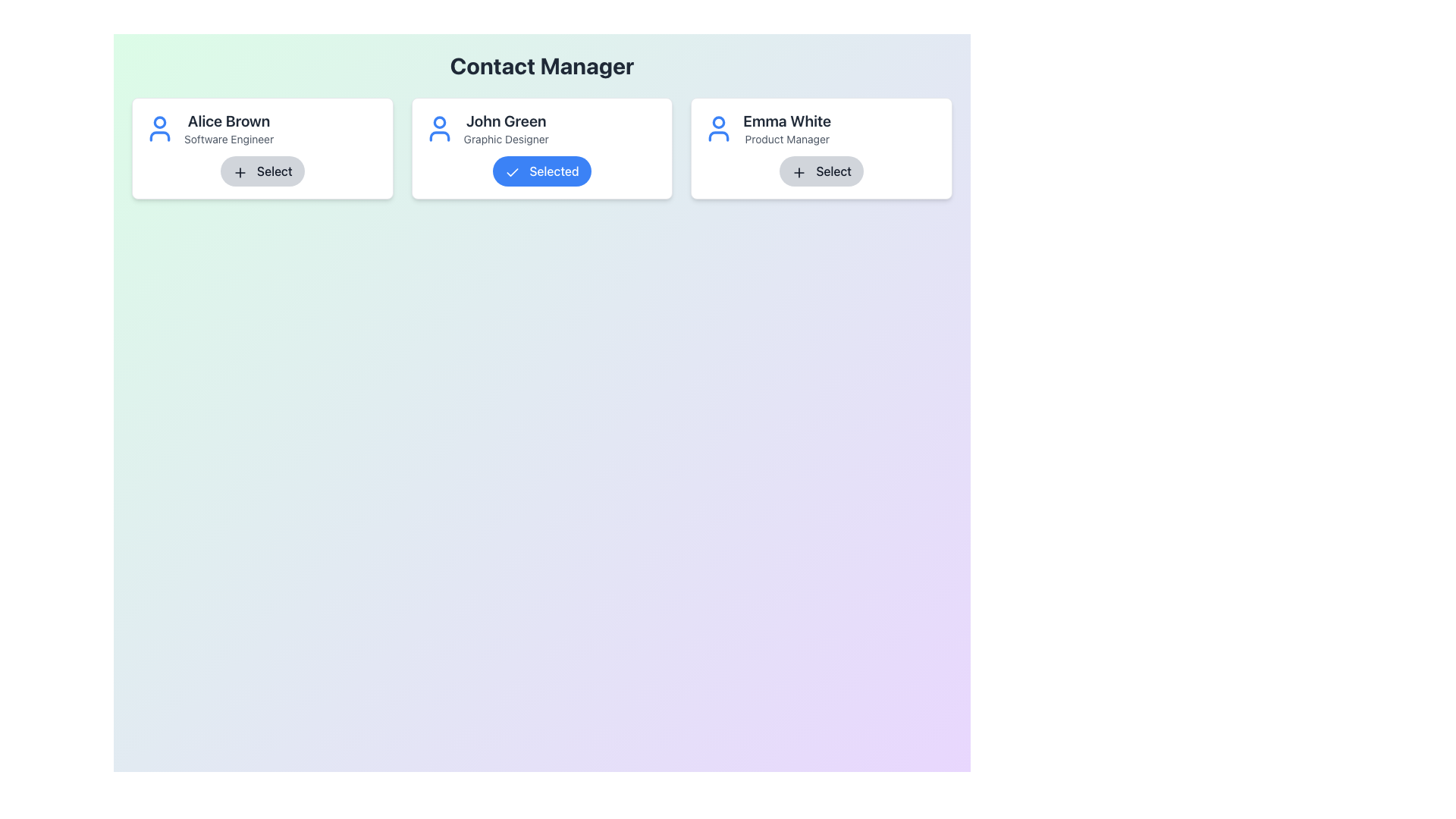 The width and height of the screenshot is (1456, 819). Describe the element at coordinates (718, 127) in the screenshot. I see `the user avatar icon with a blue outline, located in the upper section of the card labeled 'Emma White' and 'Product Manager' in the far-right card of a three-card layout` at that location.